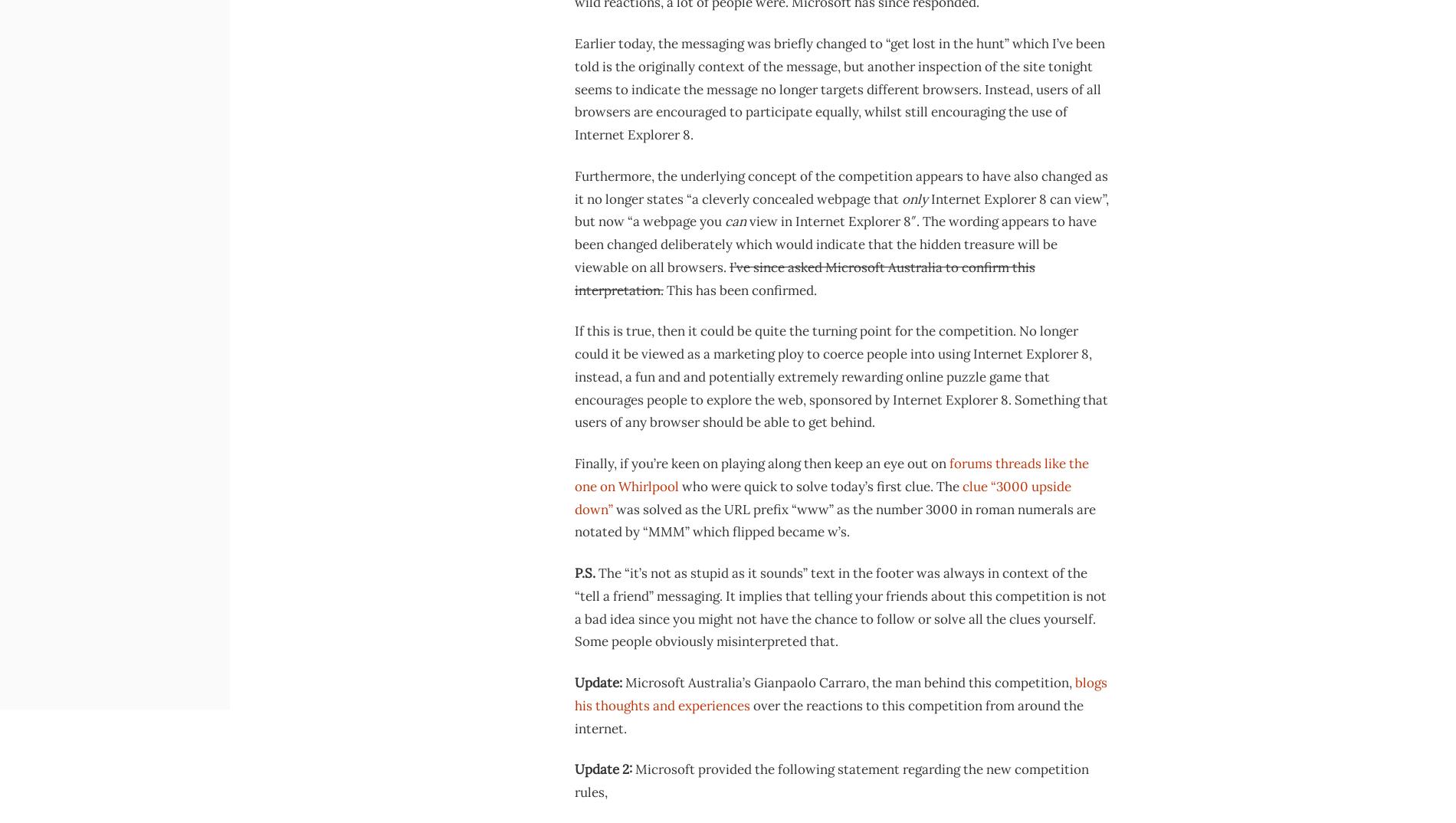 This screenshot has width=1456, height=823. Describe the element at coordinates (913, 198) in the screenshot. I see `'only'` at that location.